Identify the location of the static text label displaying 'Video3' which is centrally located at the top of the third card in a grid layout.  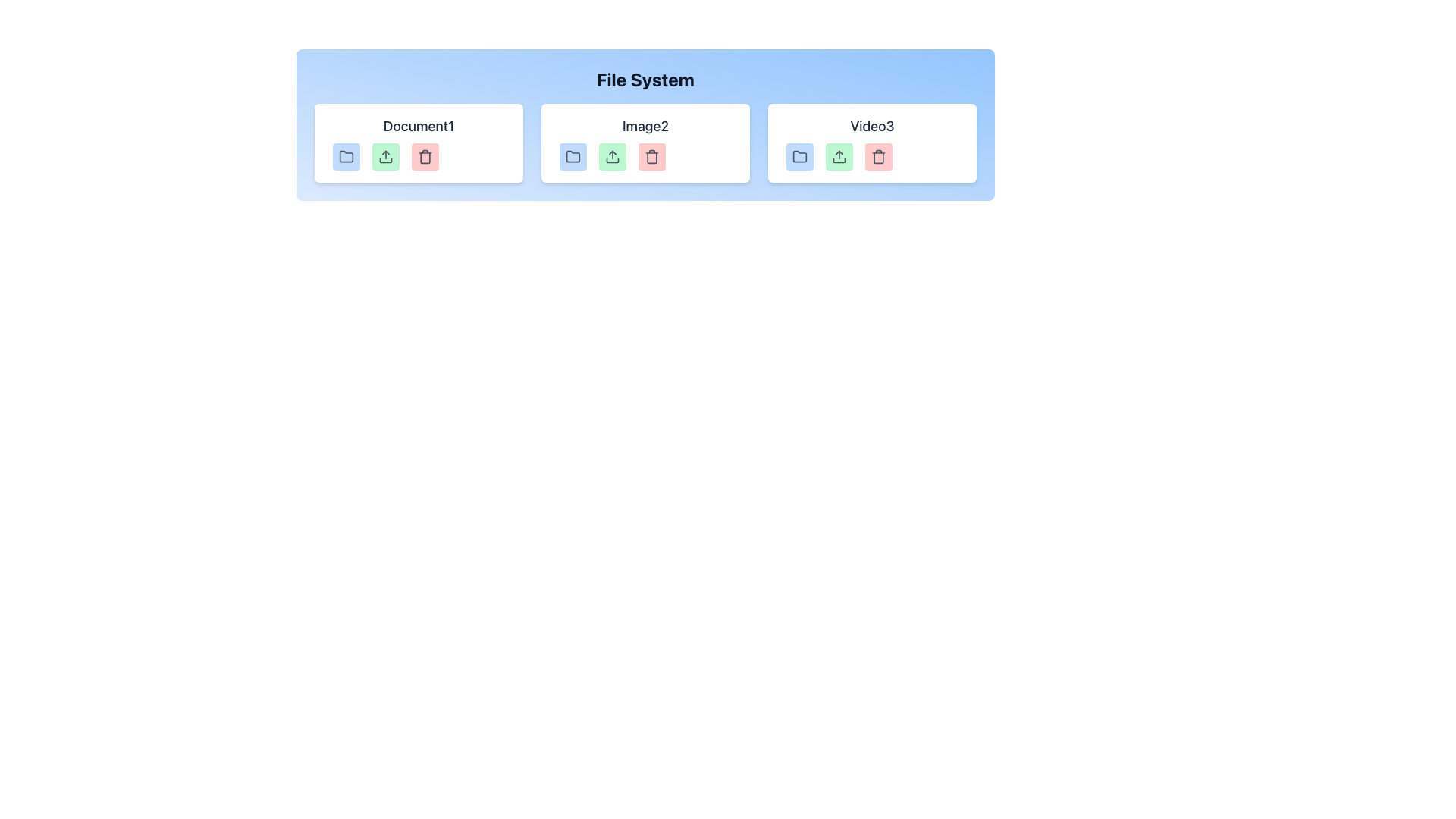
(872, 125).